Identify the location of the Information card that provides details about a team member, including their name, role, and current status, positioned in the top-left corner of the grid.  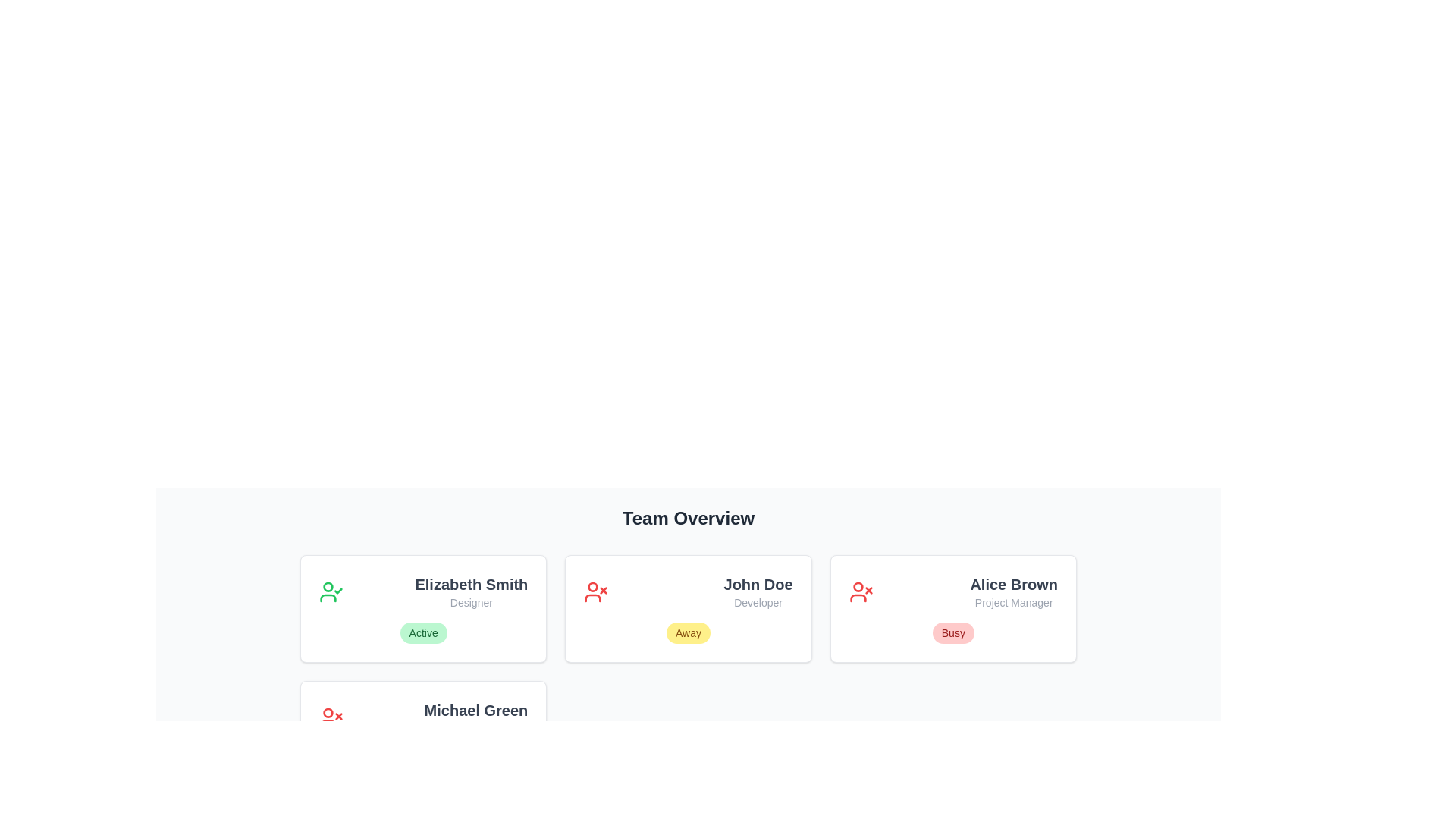
(423, 607).